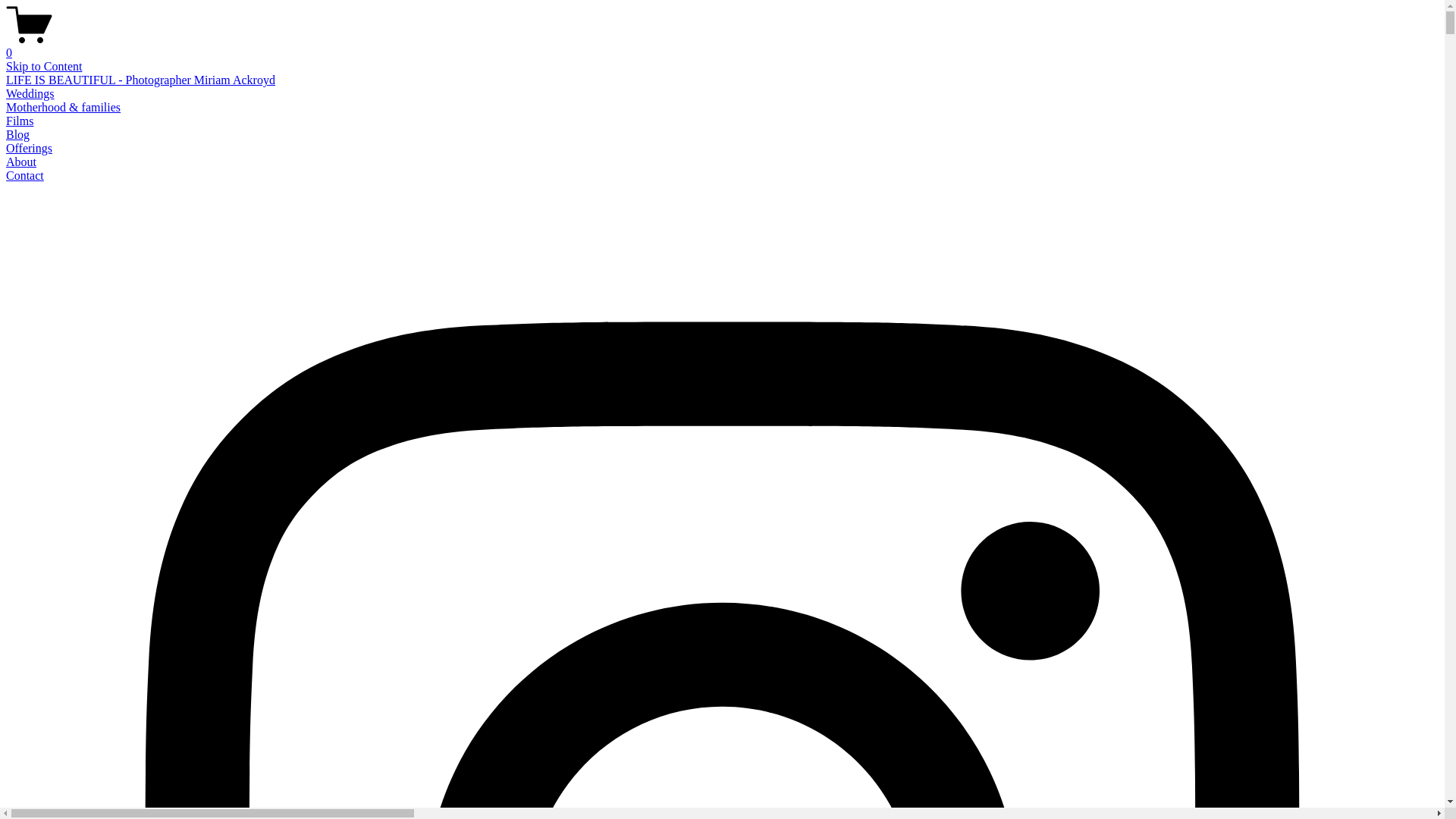 The width and height of the screenshot is (1456, 819). What do you see at coordinates (19, 120) in the screenshot?
I see `'Films'` at bounding box center [19, 120].